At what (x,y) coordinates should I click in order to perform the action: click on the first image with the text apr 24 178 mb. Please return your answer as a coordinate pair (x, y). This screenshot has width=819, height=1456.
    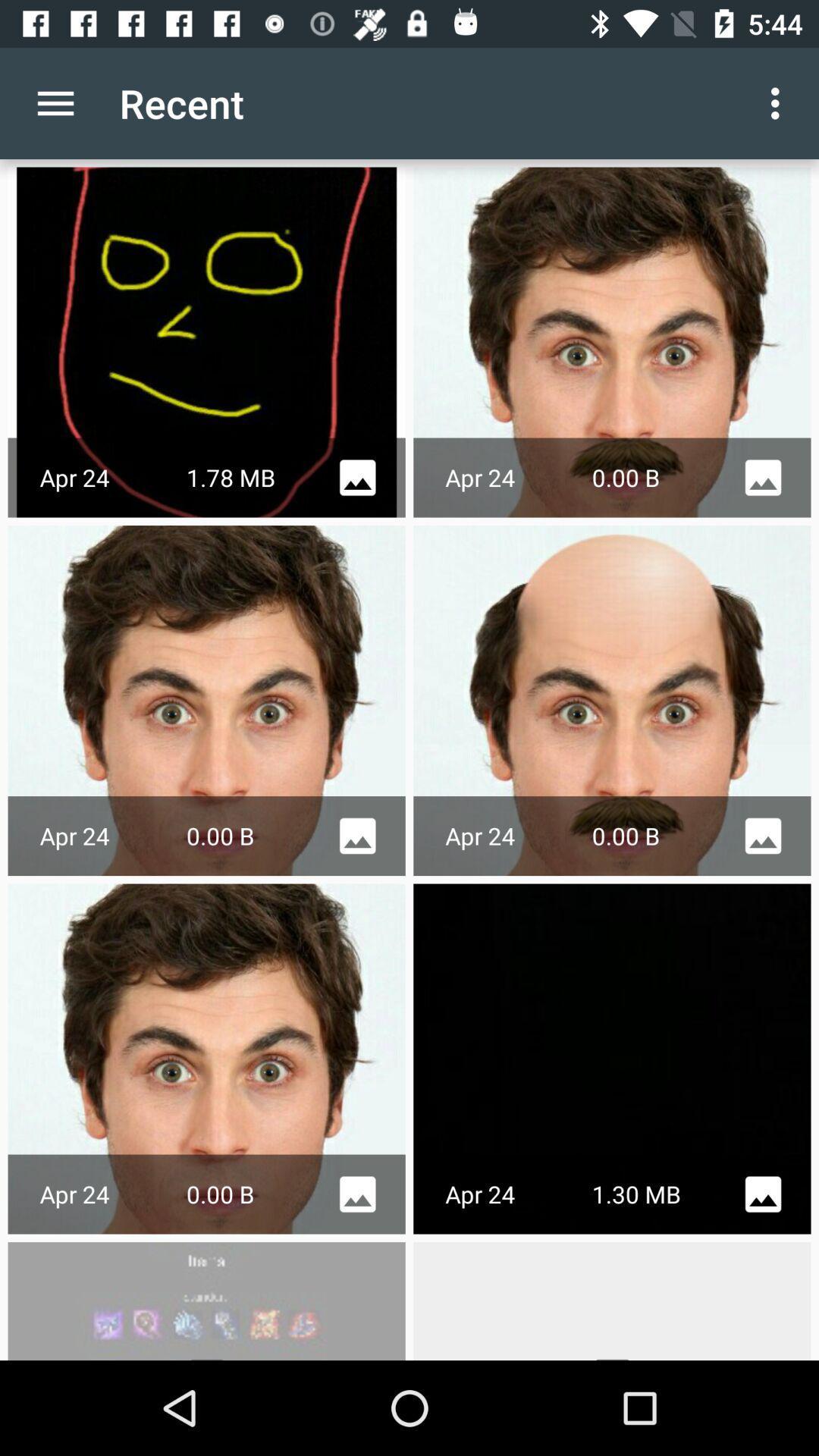
    Looking at the image, I should click on (207, 341).